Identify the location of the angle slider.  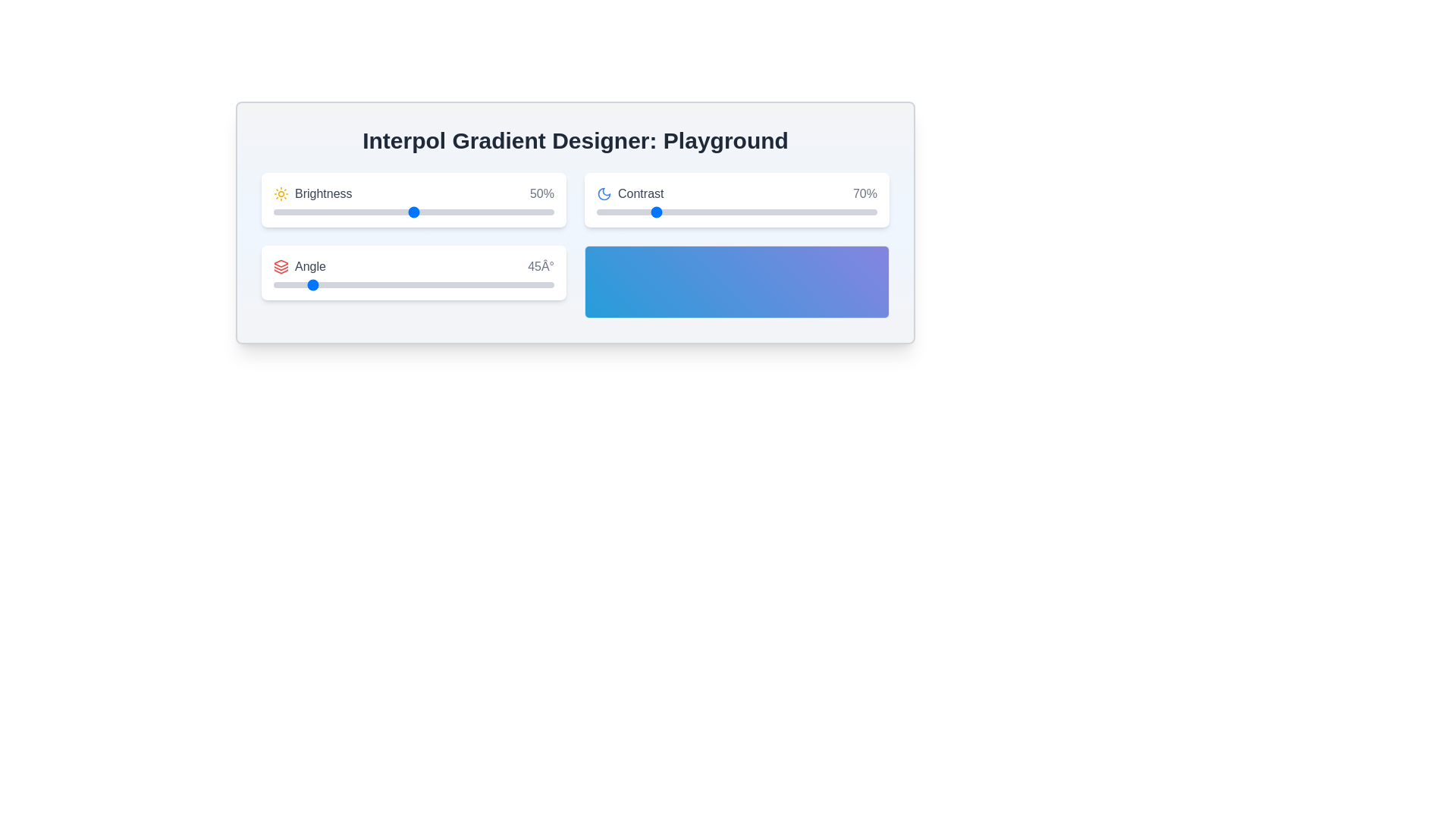
(406, 284).